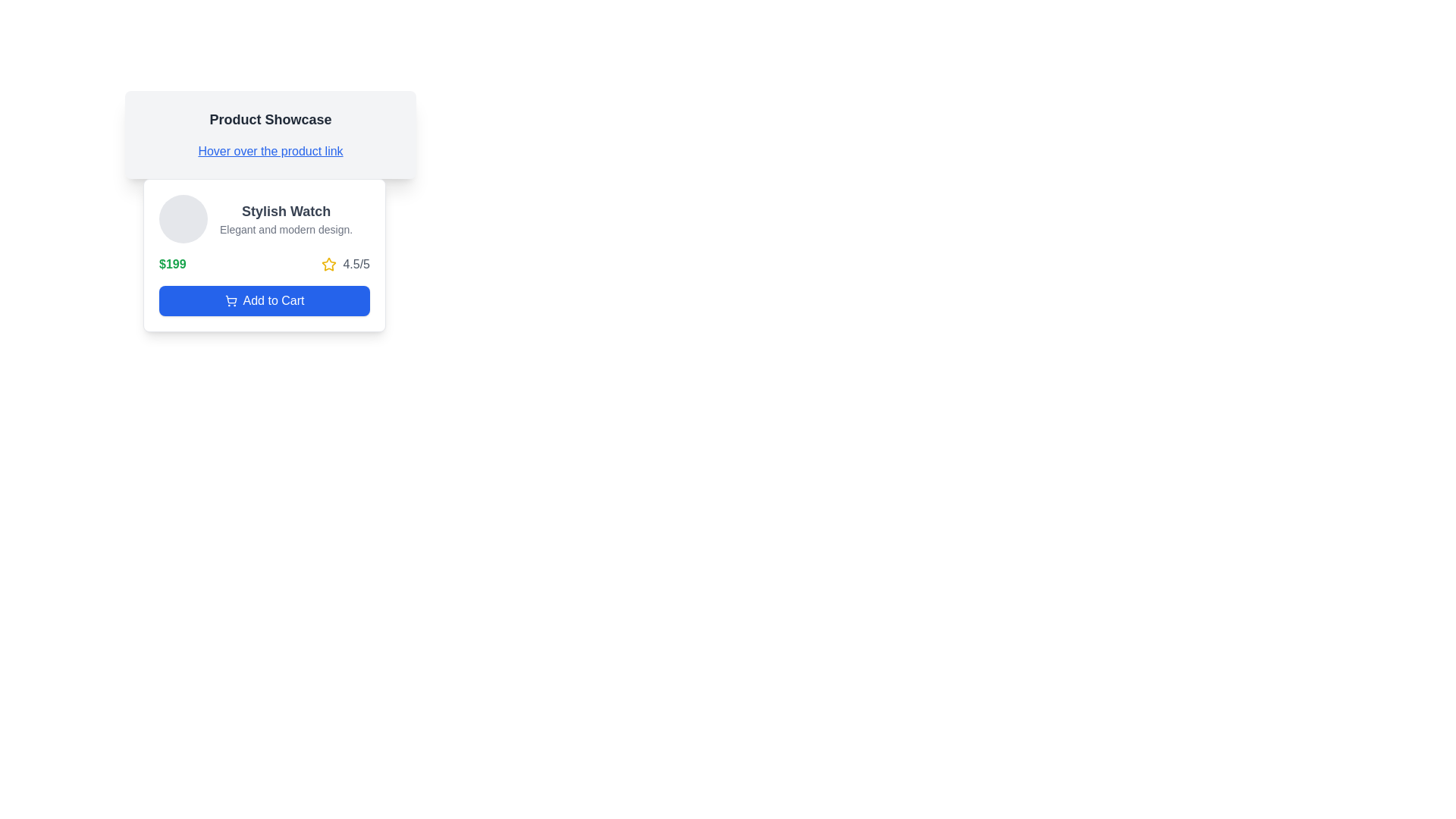 This screenshot has height=819, width=1456. What do you see at coordinates (328, 263) in the screenshot?
I see `the yellow star-shaped icon located in the rating section of the card, positioned to the left of the rating value '4.5/5'` at bounding box center [328, 263].